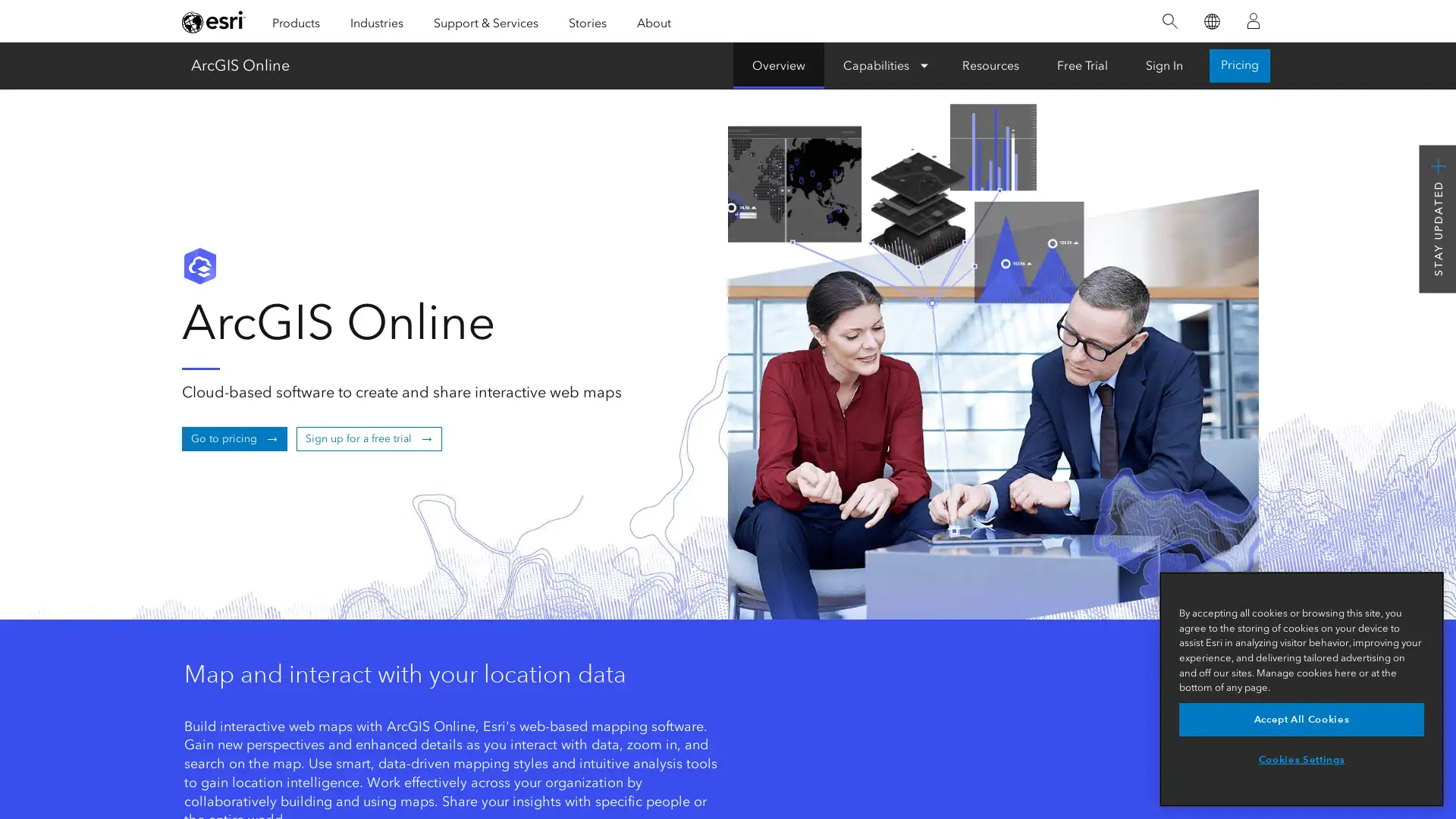  I want to click on Switch Language, so click(1210, 20).